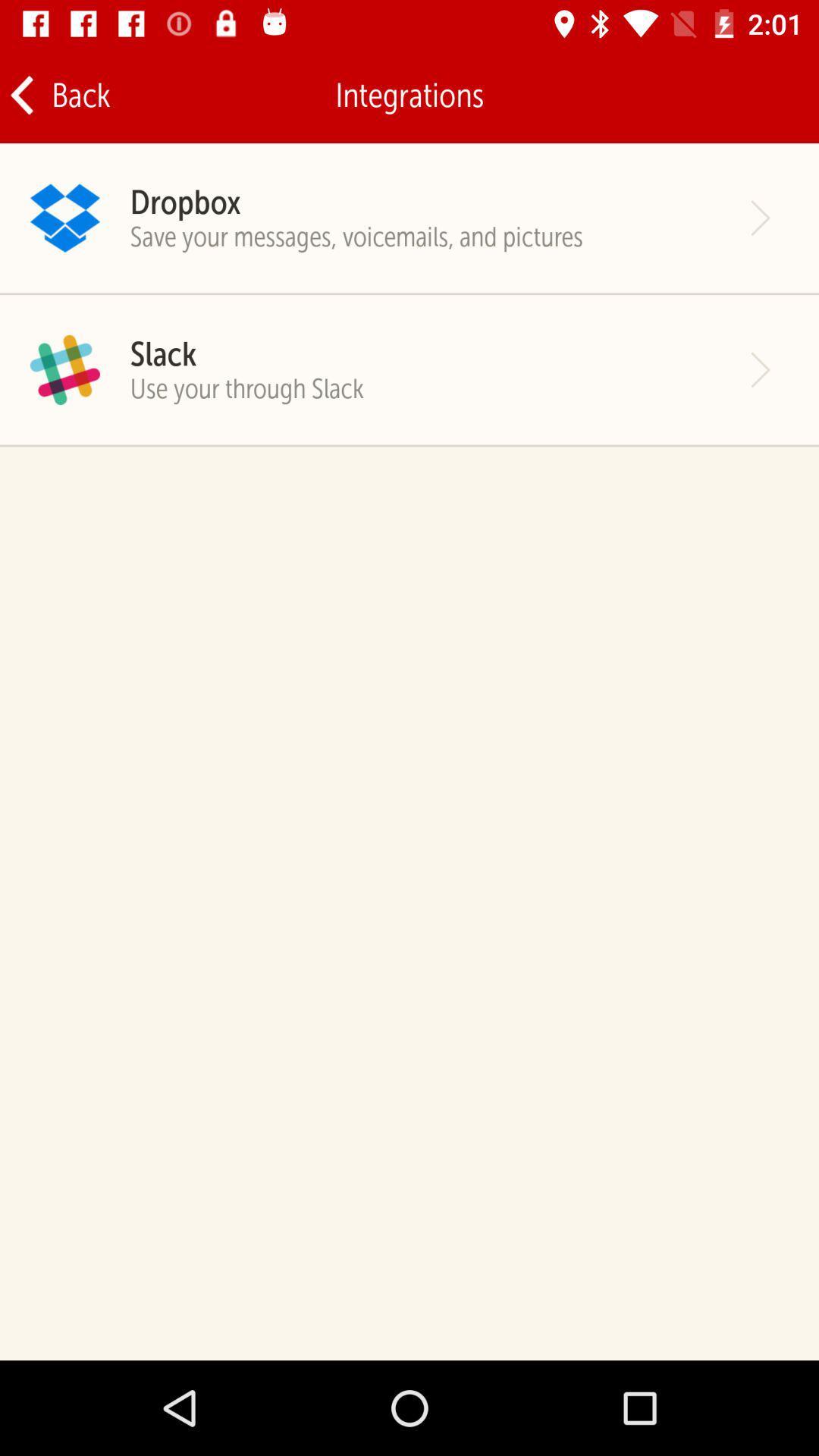 The image size is (819, 1456). Describe the element at coordinates (356, 236) in the screenshot. I see `the save your messages icon` at that location.